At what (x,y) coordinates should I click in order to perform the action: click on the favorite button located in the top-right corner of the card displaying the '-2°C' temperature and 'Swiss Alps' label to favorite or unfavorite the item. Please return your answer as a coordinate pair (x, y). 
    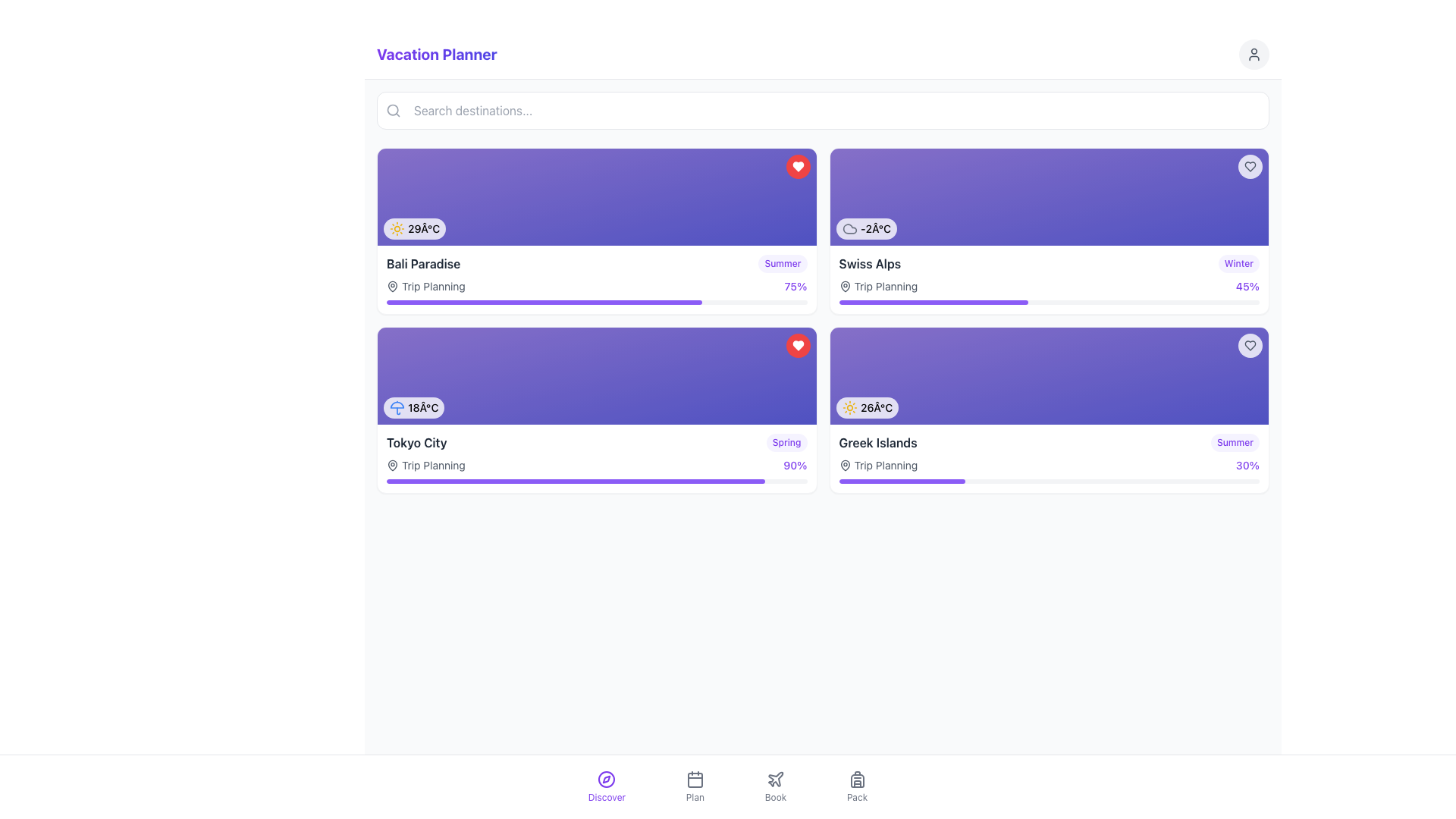
    Looking at the image, I should click on (1250, 166).